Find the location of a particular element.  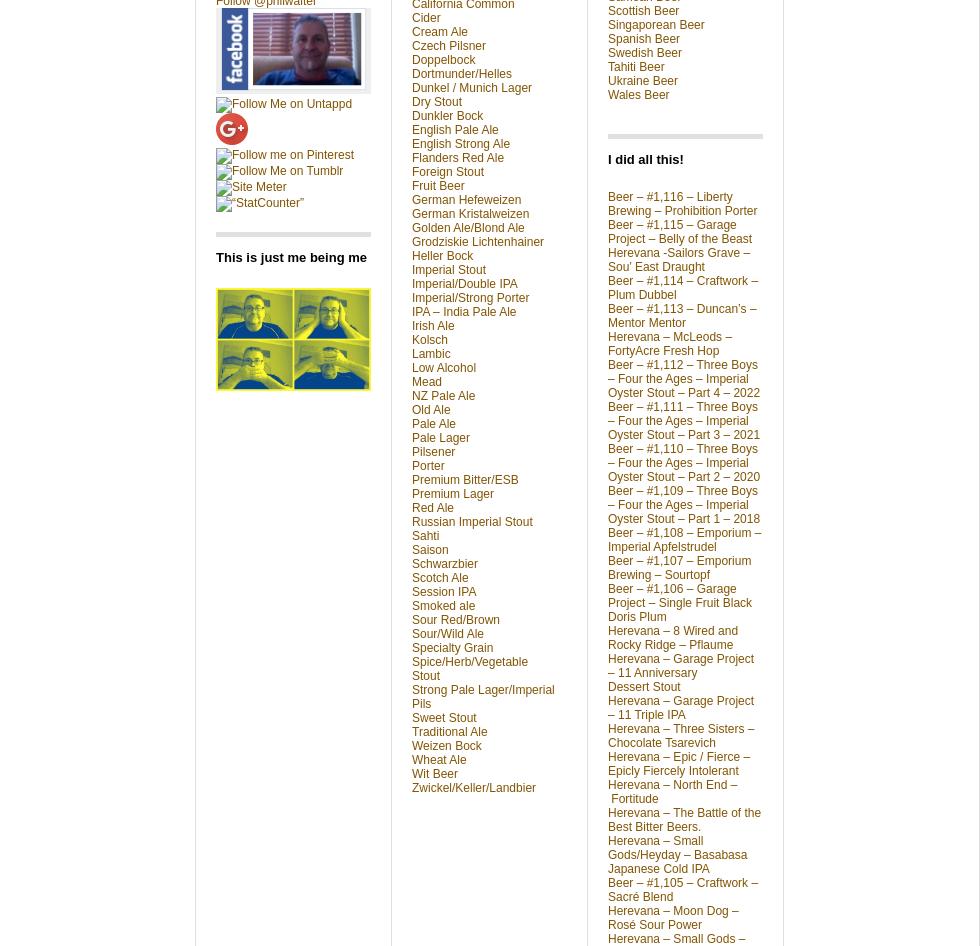

'Sour Red/Brown' is located at coordinates (455, 619).